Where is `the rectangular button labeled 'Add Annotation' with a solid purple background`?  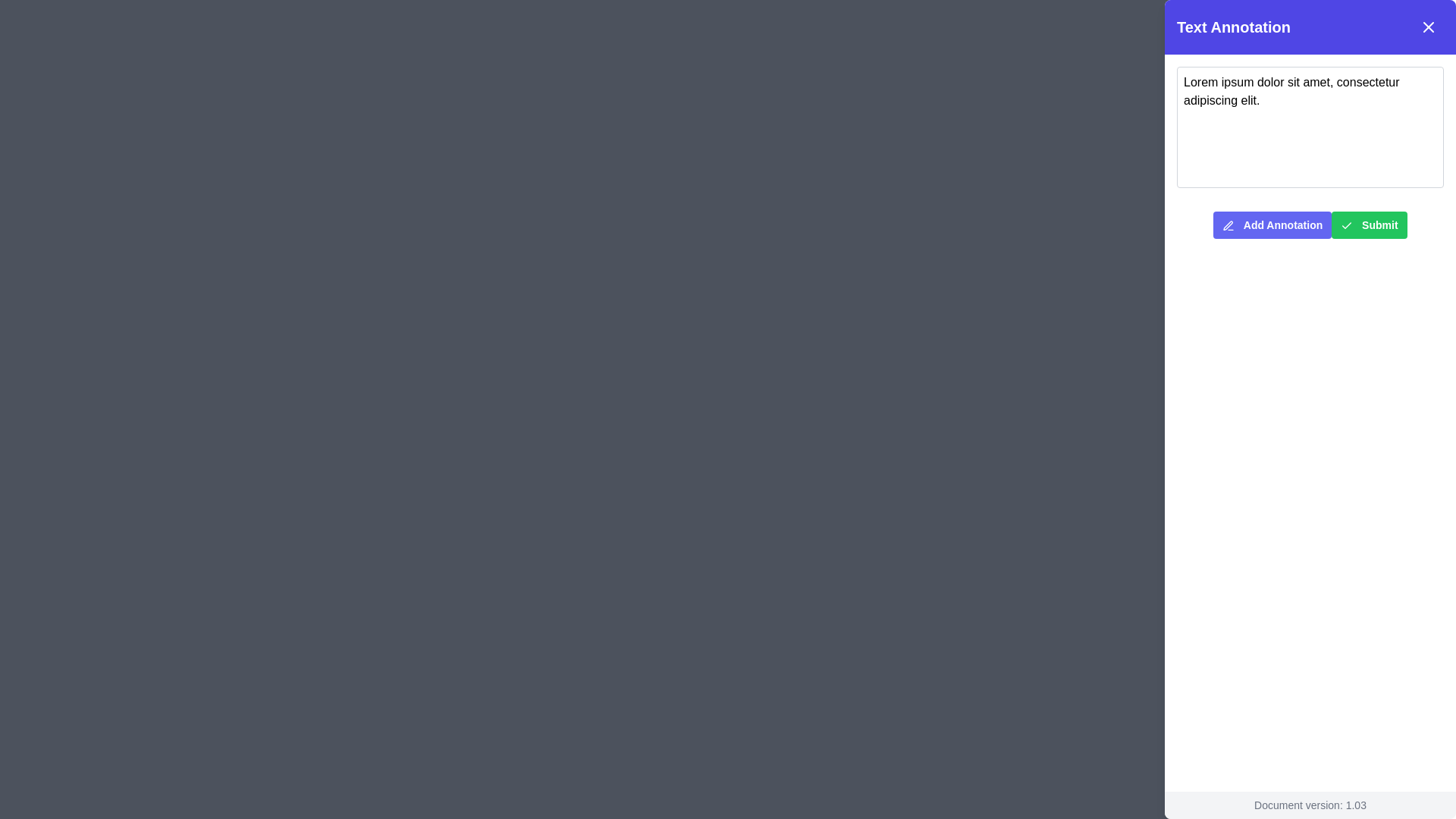 the rectangular button labeled 'Add Annotation' with a solid purple background is located at coordinates (1272, 225).